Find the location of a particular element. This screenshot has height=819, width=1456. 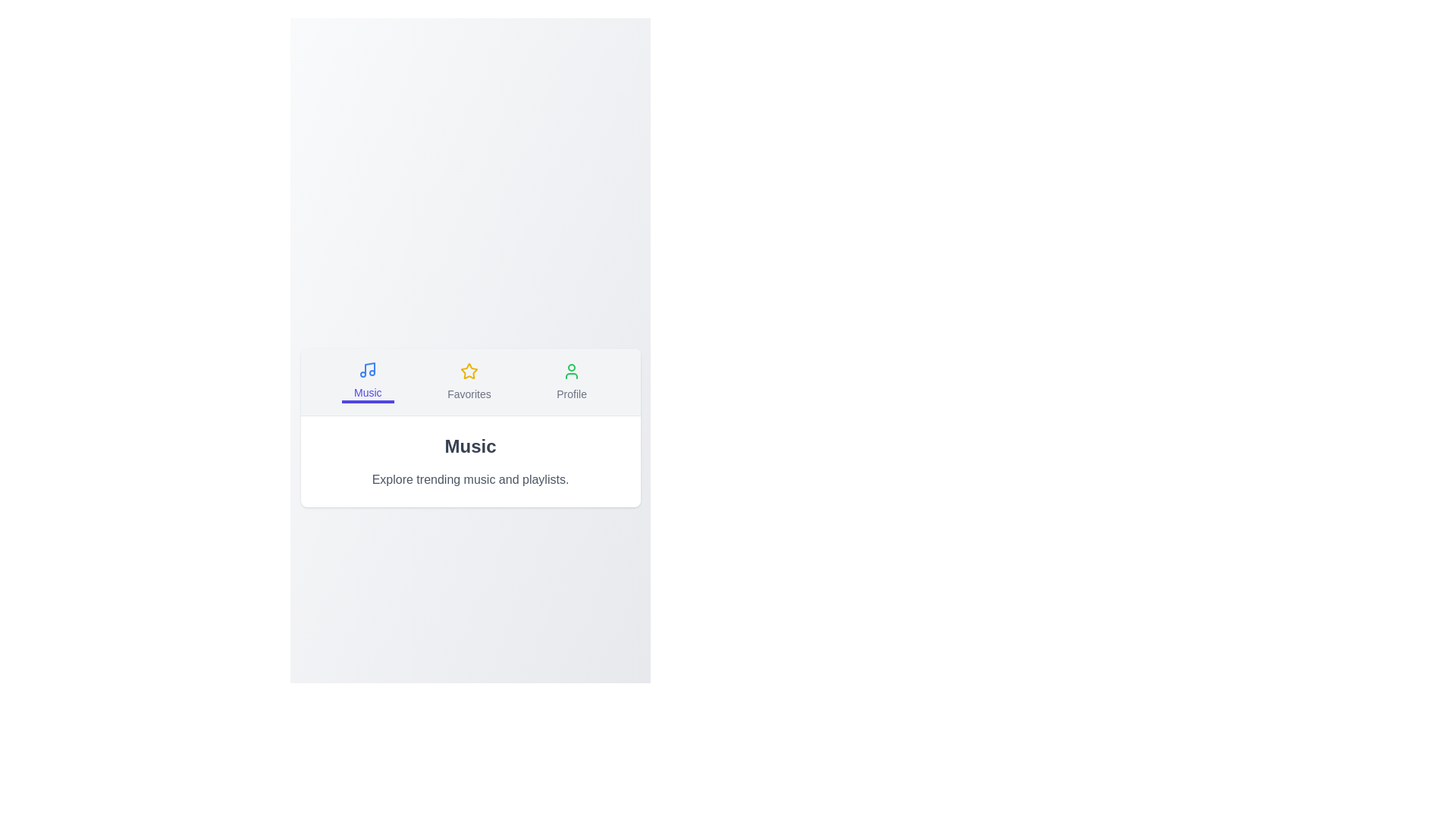

the tab icon corresponding to Profile is located at coordinates (571, 381).